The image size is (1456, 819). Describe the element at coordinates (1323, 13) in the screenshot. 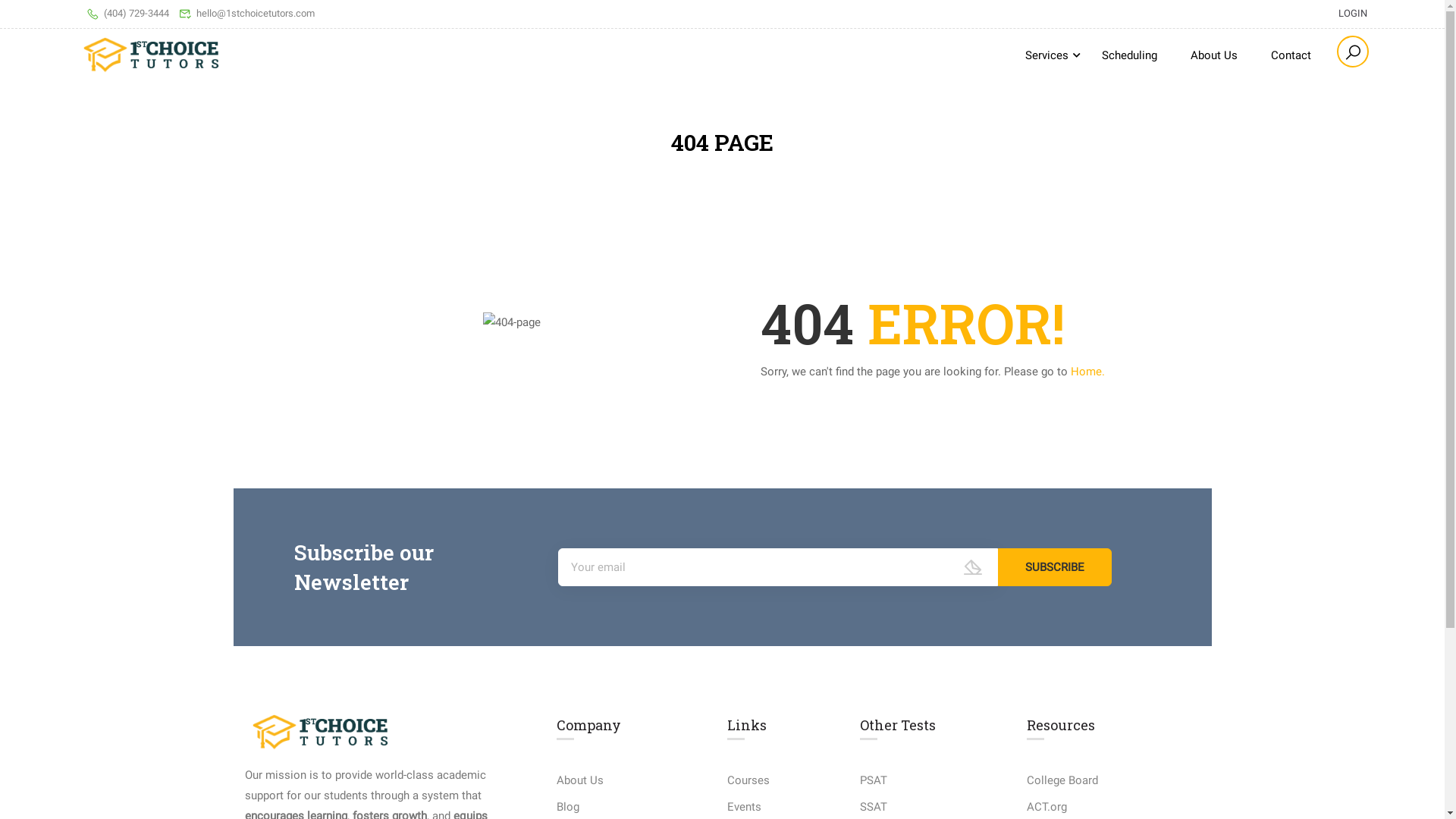

I see `'LOGIN'` at that location.